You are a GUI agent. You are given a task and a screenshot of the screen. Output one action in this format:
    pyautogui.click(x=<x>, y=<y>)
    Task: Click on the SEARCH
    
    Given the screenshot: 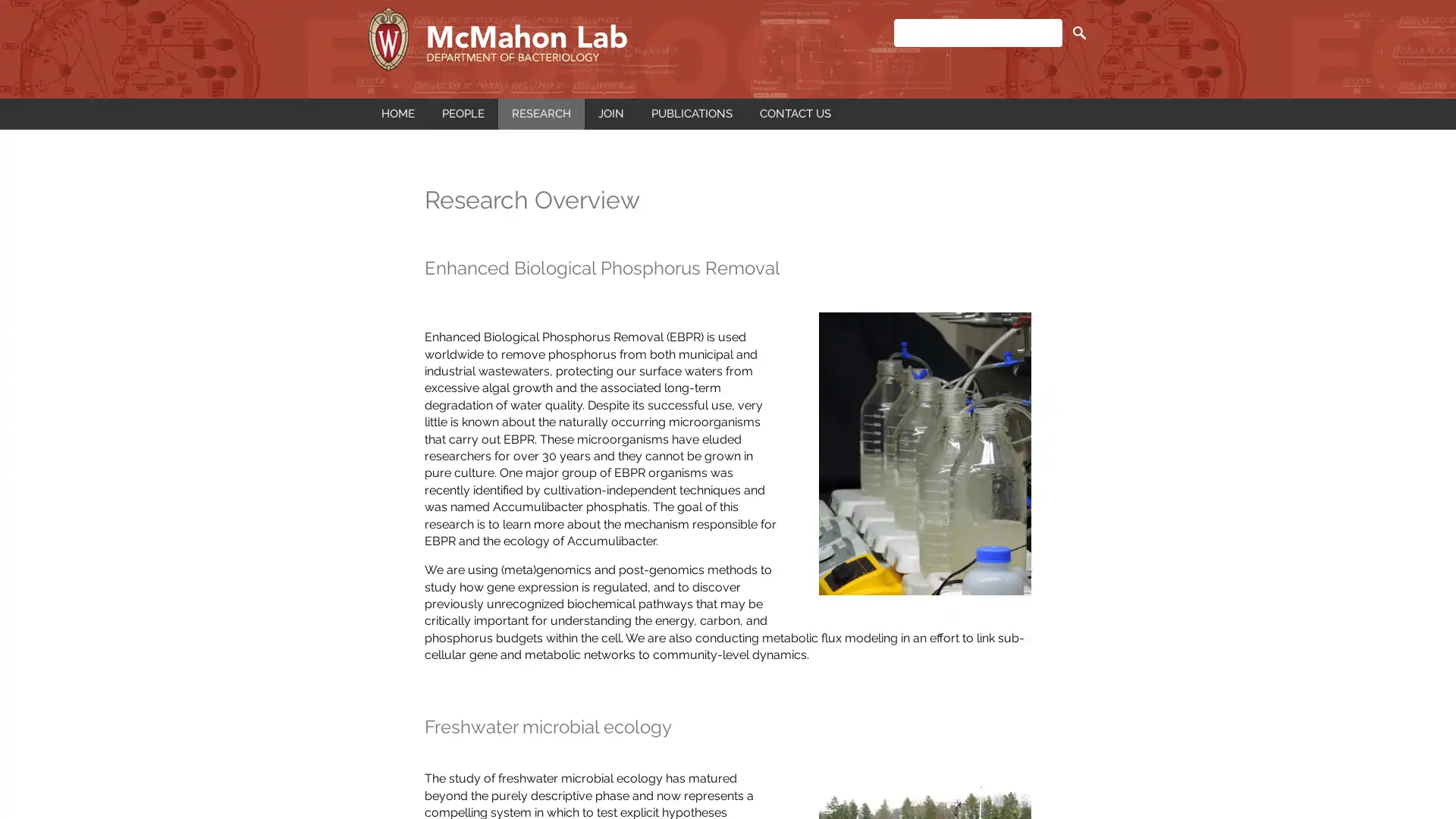 What is the action you would take?
    pyautogui.click(x=1080, y=35)
    